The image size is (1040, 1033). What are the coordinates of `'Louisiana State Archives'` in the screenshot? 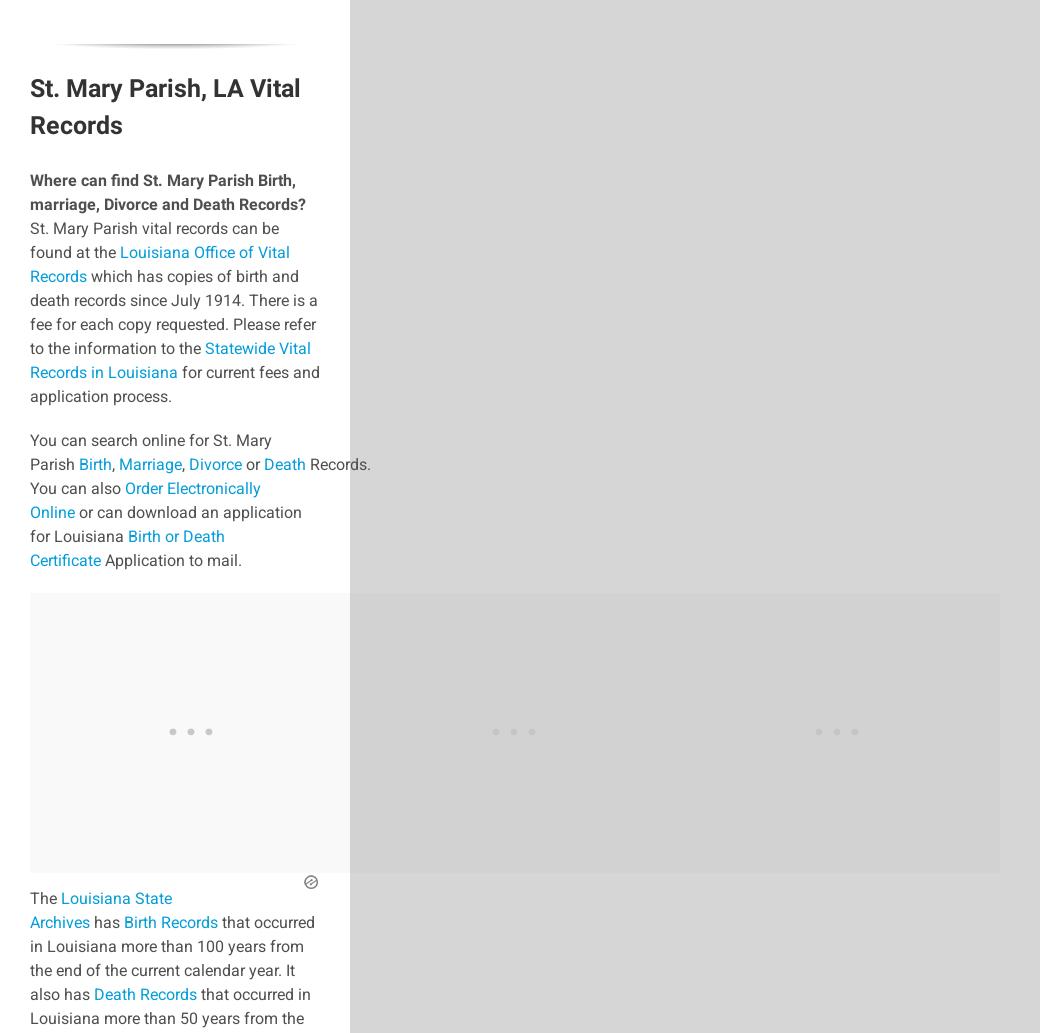 It's located at (99, 909).